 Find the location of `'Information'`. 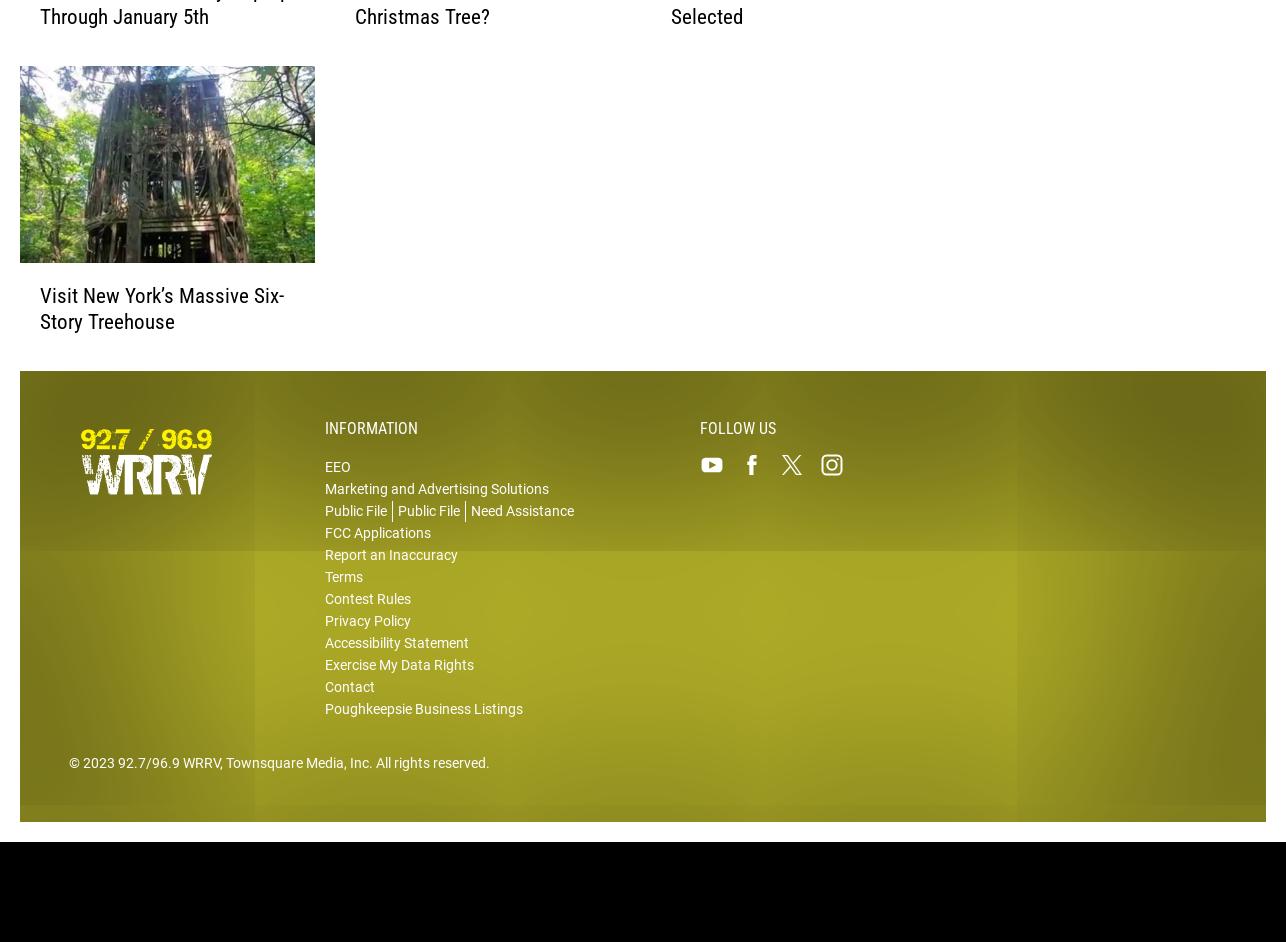

'Information' is located at coordinates (323, 438).